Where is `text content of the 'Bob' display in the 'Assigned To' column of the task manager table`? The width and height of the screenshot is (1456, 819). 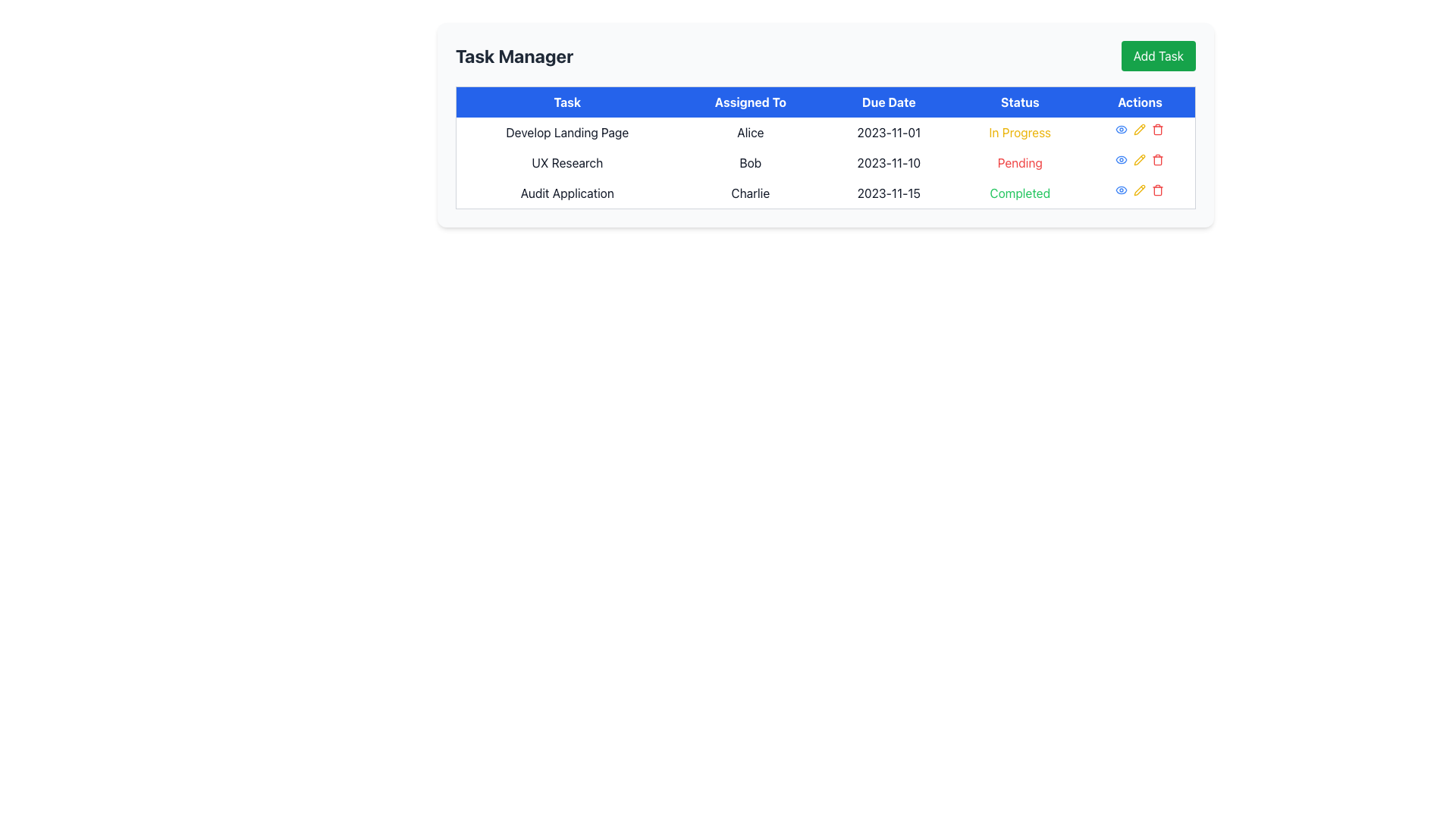
text content of the 'Bob' display in the 'Assigned To' column of the task manager table is located at coordinates (750, 163).